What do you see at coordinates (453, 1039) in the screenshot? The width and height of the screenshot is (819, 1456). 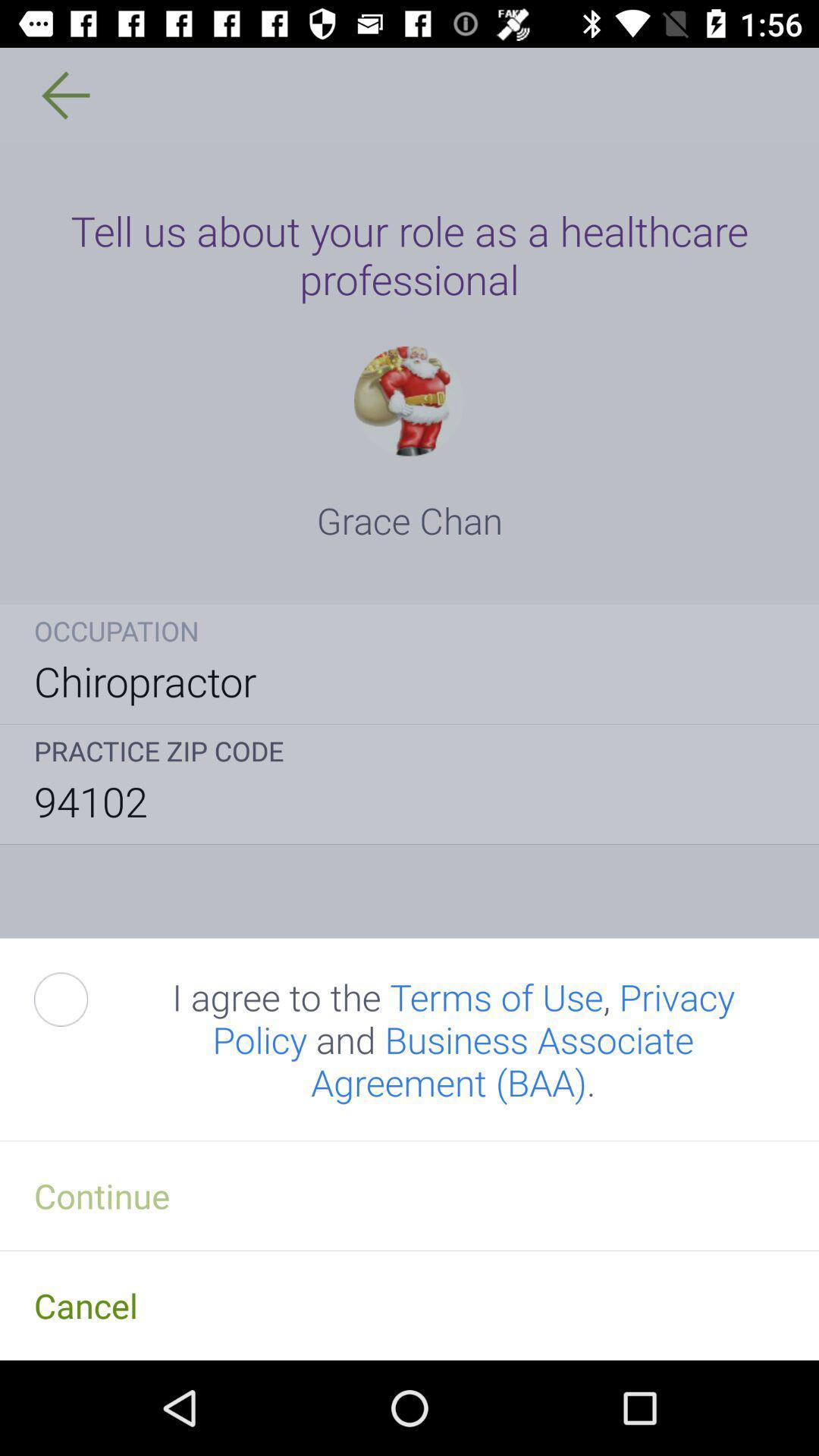 I see `i agree to` at bounding box center [453, 1039].